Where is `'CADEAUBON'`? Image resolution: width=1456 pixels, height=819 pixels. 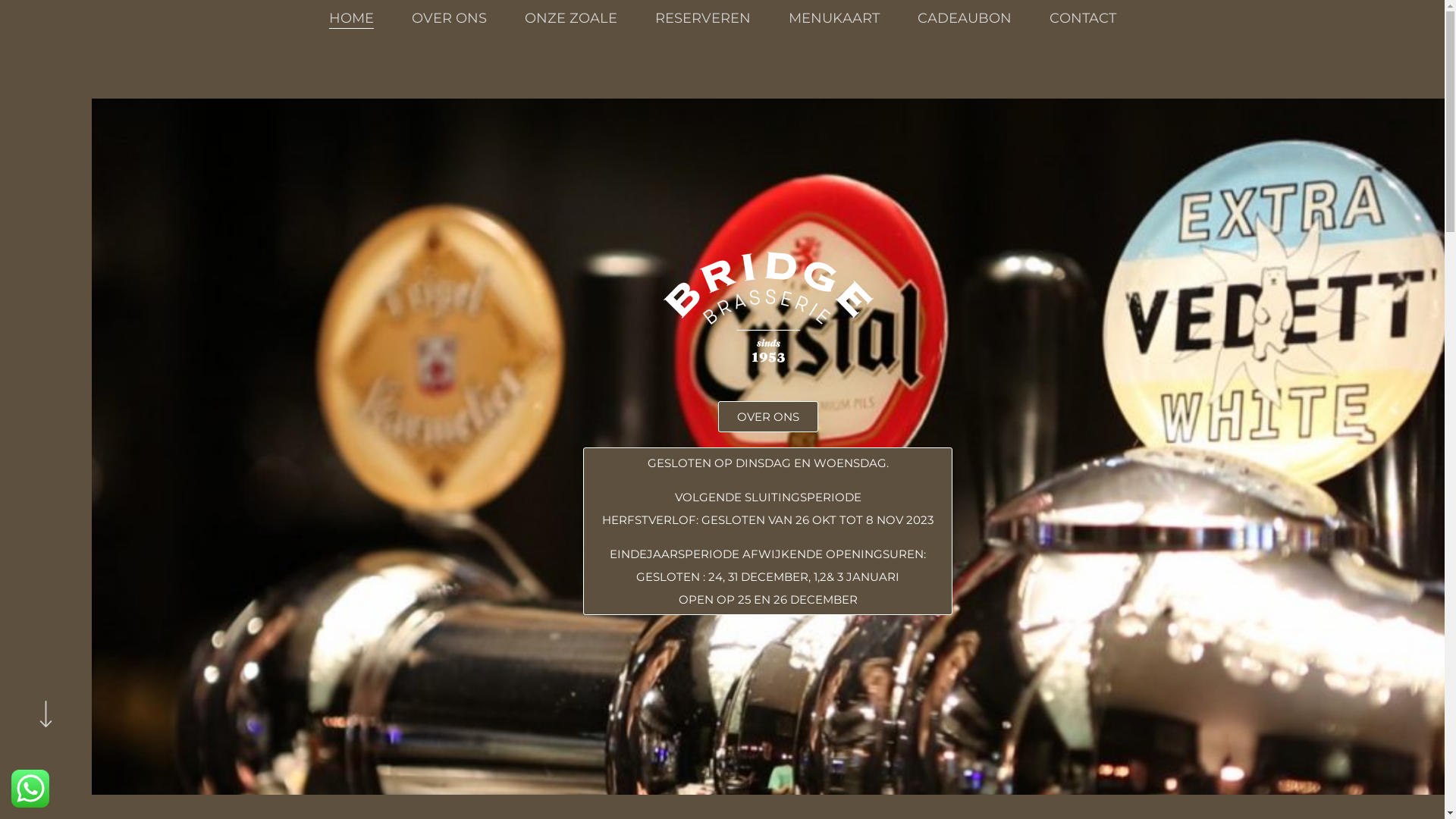
'CADEAUBON' is located at coordinates (916, 17).